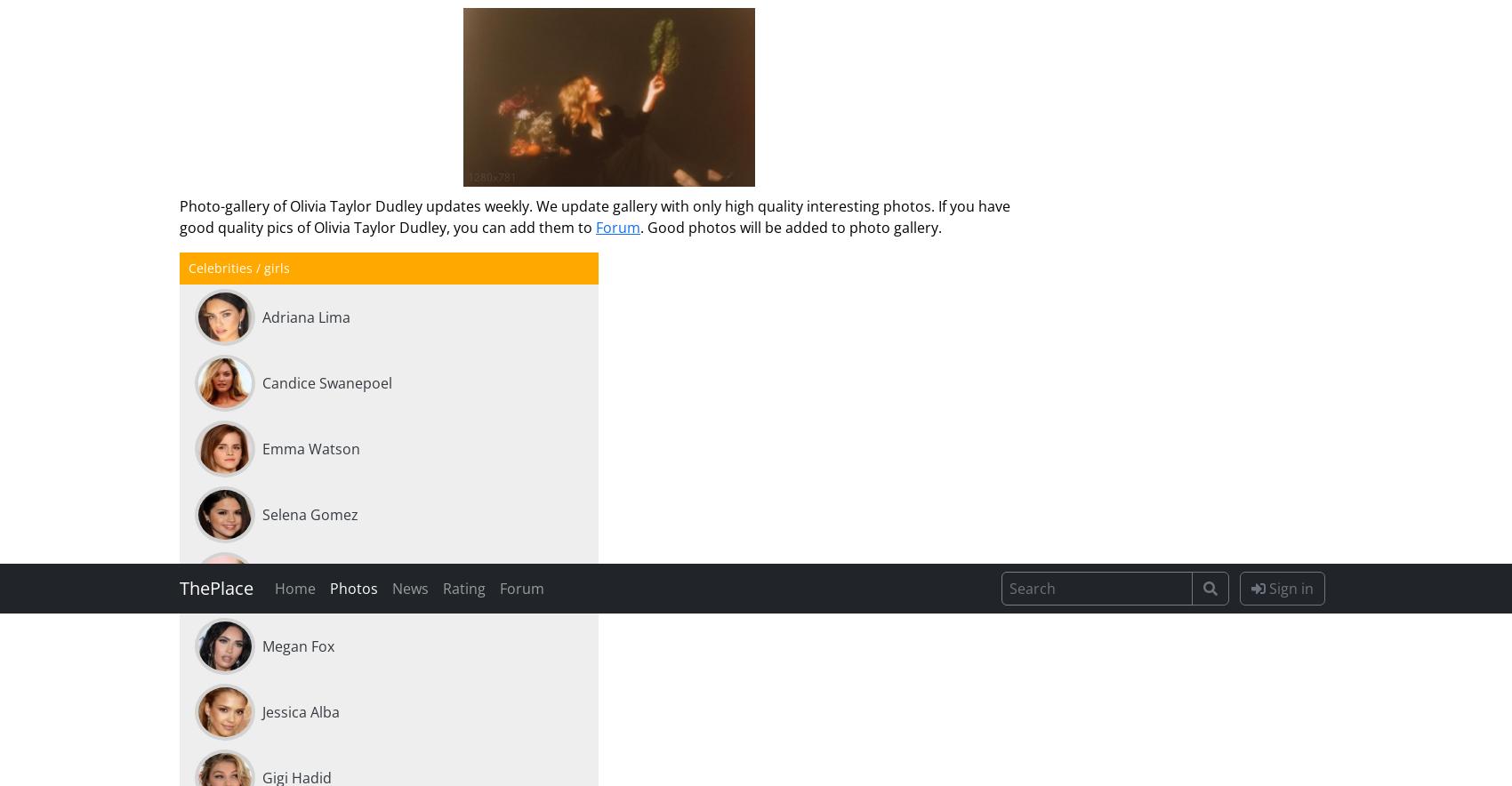 This screenshot has height=786, width=1512. Describe the element at coordinates (319, 20) in the screenshot. I see `'Beyonce Knowles'` at that location.